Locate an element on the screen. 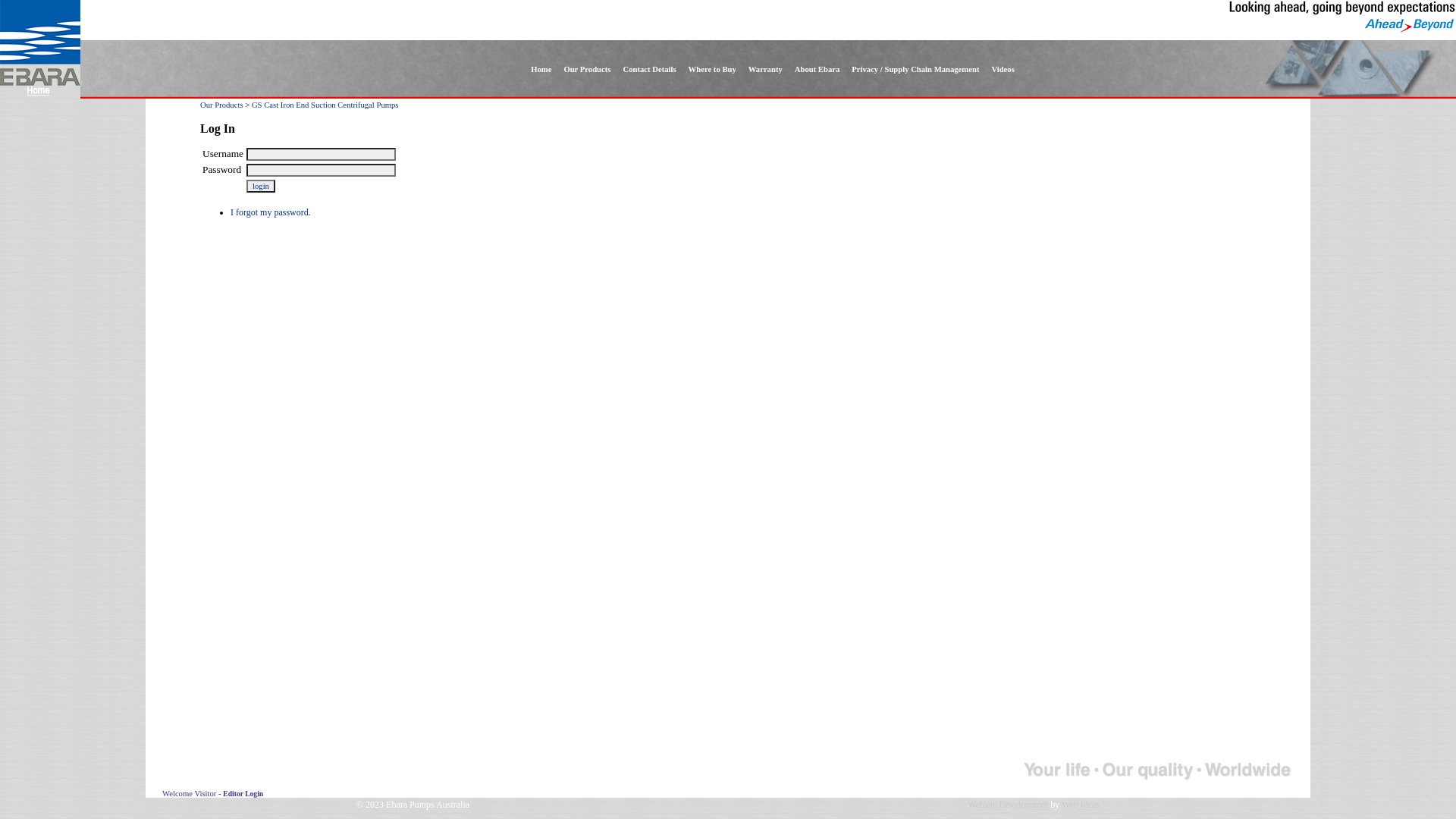 The image size is (1456, 819). 'Contact Details' is located at coordinates (648, 69).